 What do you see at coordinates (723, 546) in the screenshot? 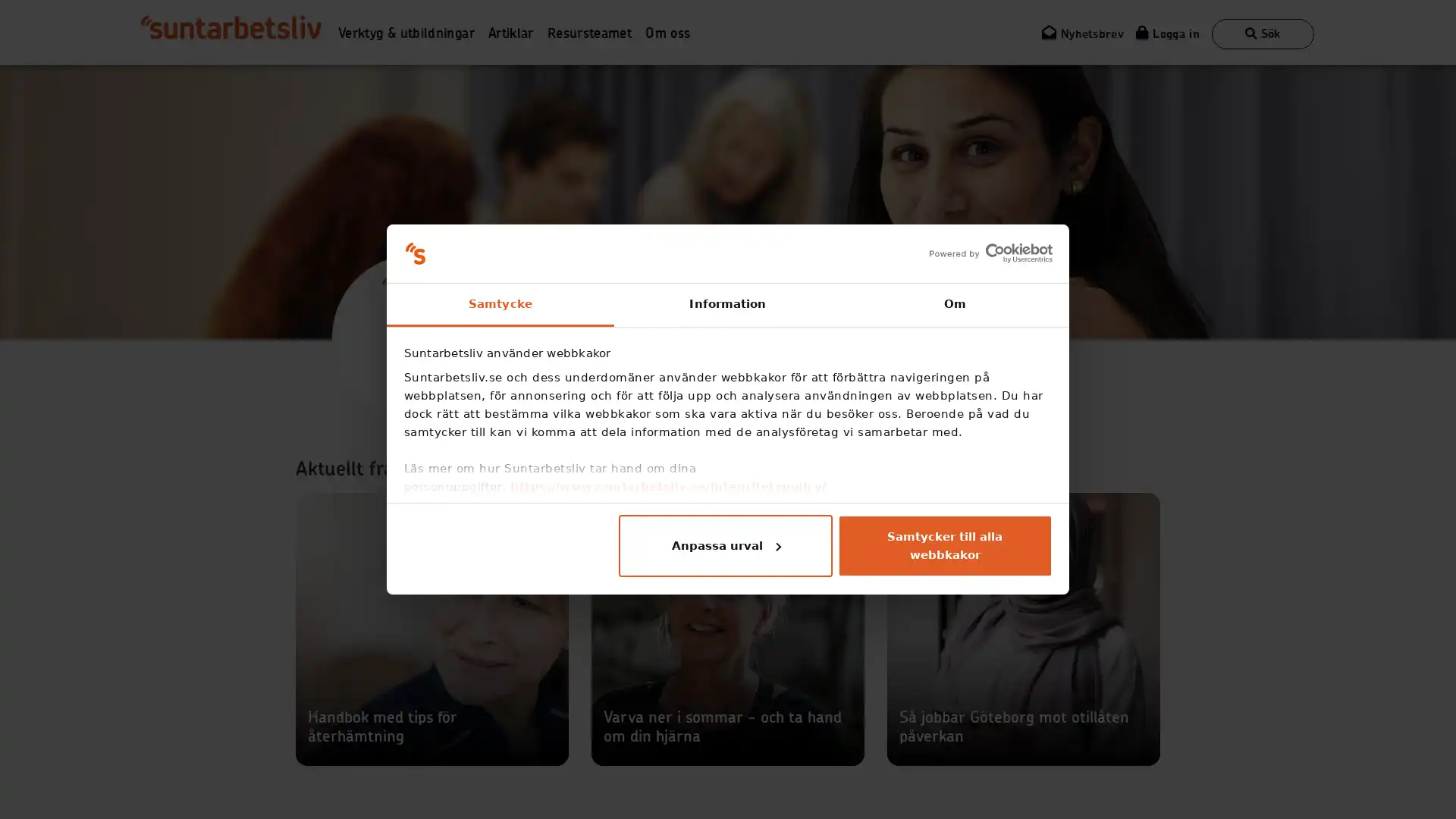
I see `Anpassa urval` at bounding box center [723, 546].